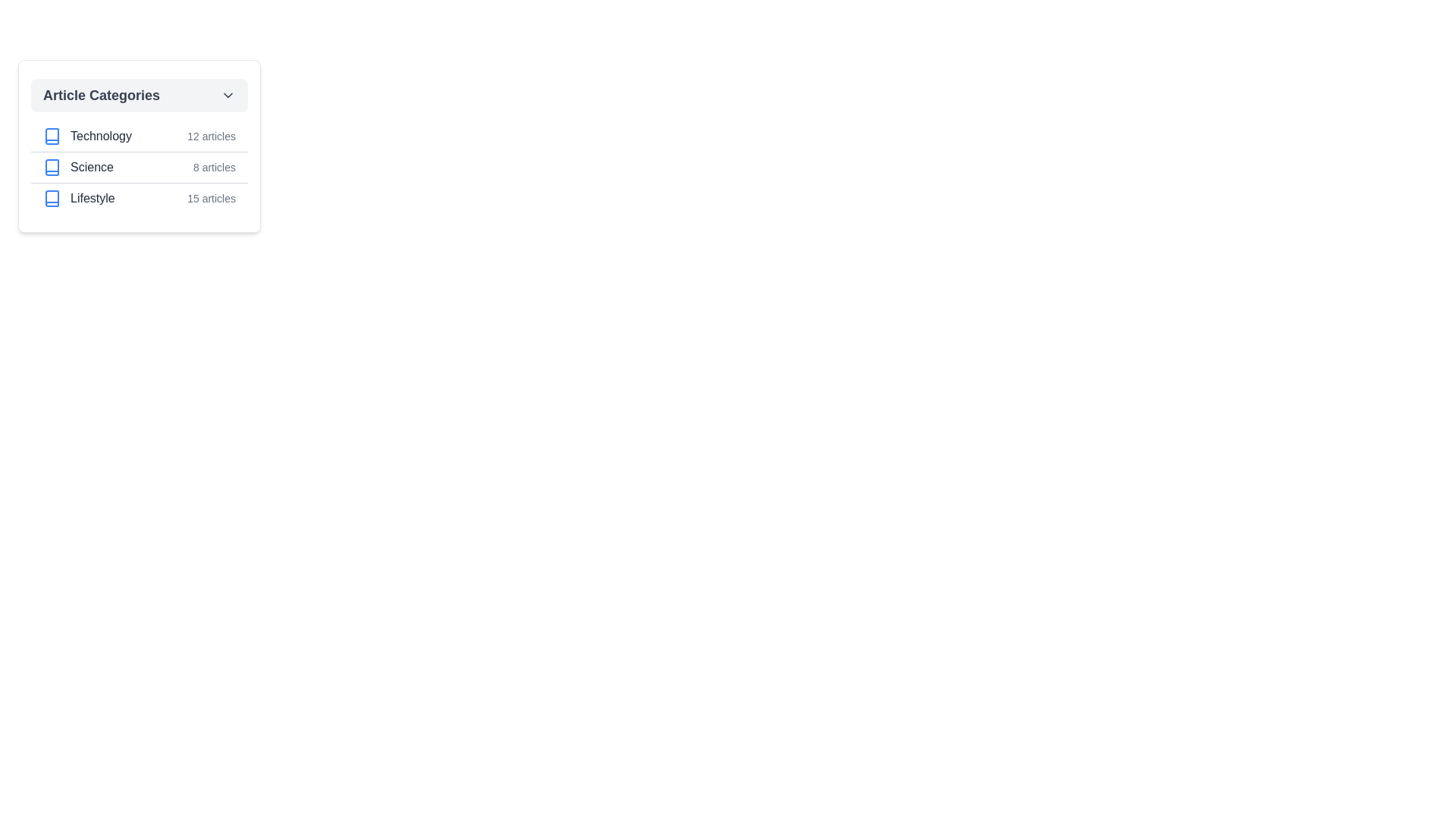  Describe the element at coordinates (227, 96) in the screenshot. I see `the downward-pointing chevron icon adjacent to the 'Article Categories' text` at that location.